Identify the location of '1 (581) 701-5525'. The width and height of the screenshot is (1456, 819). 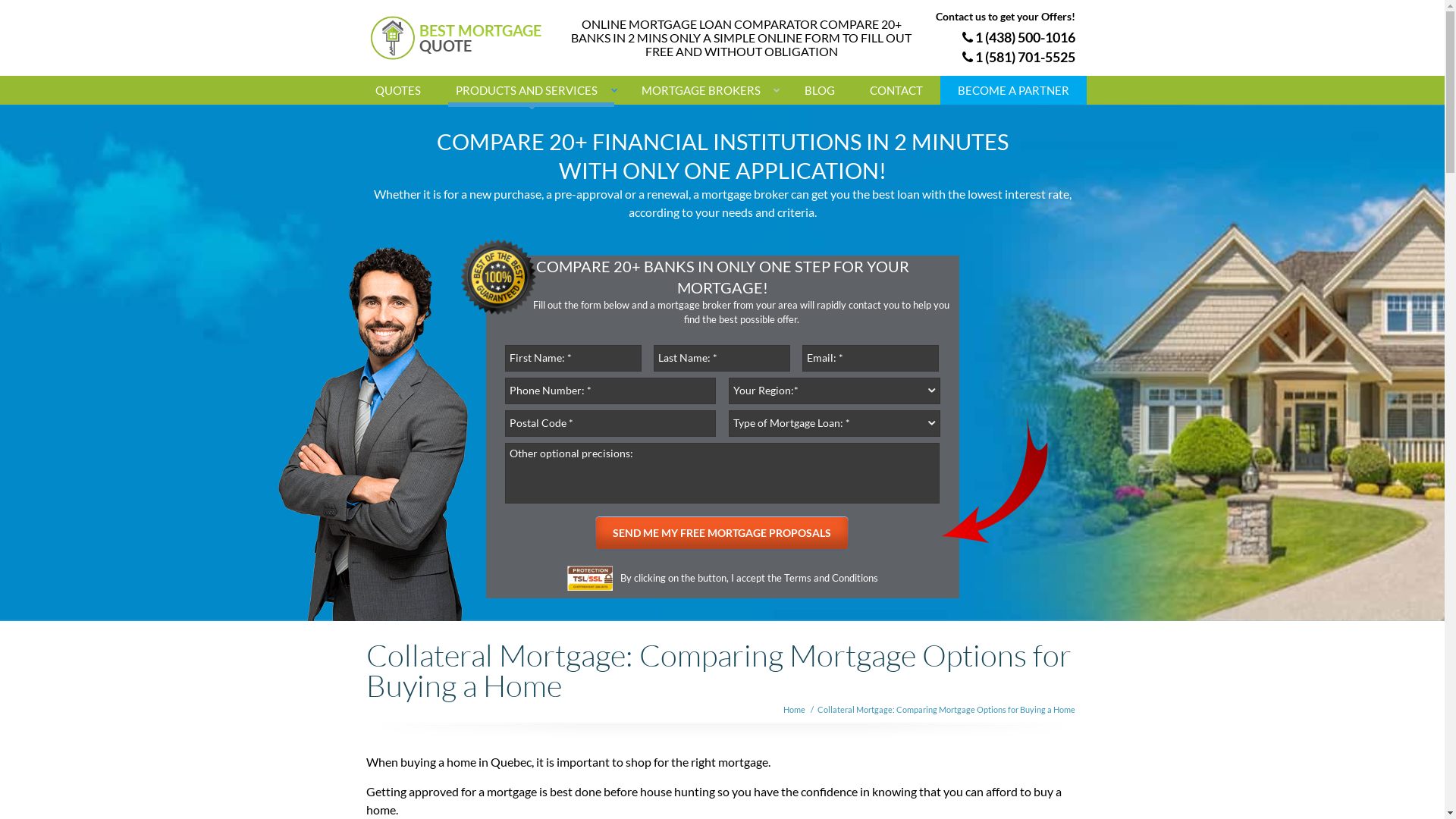
(1018, 55).